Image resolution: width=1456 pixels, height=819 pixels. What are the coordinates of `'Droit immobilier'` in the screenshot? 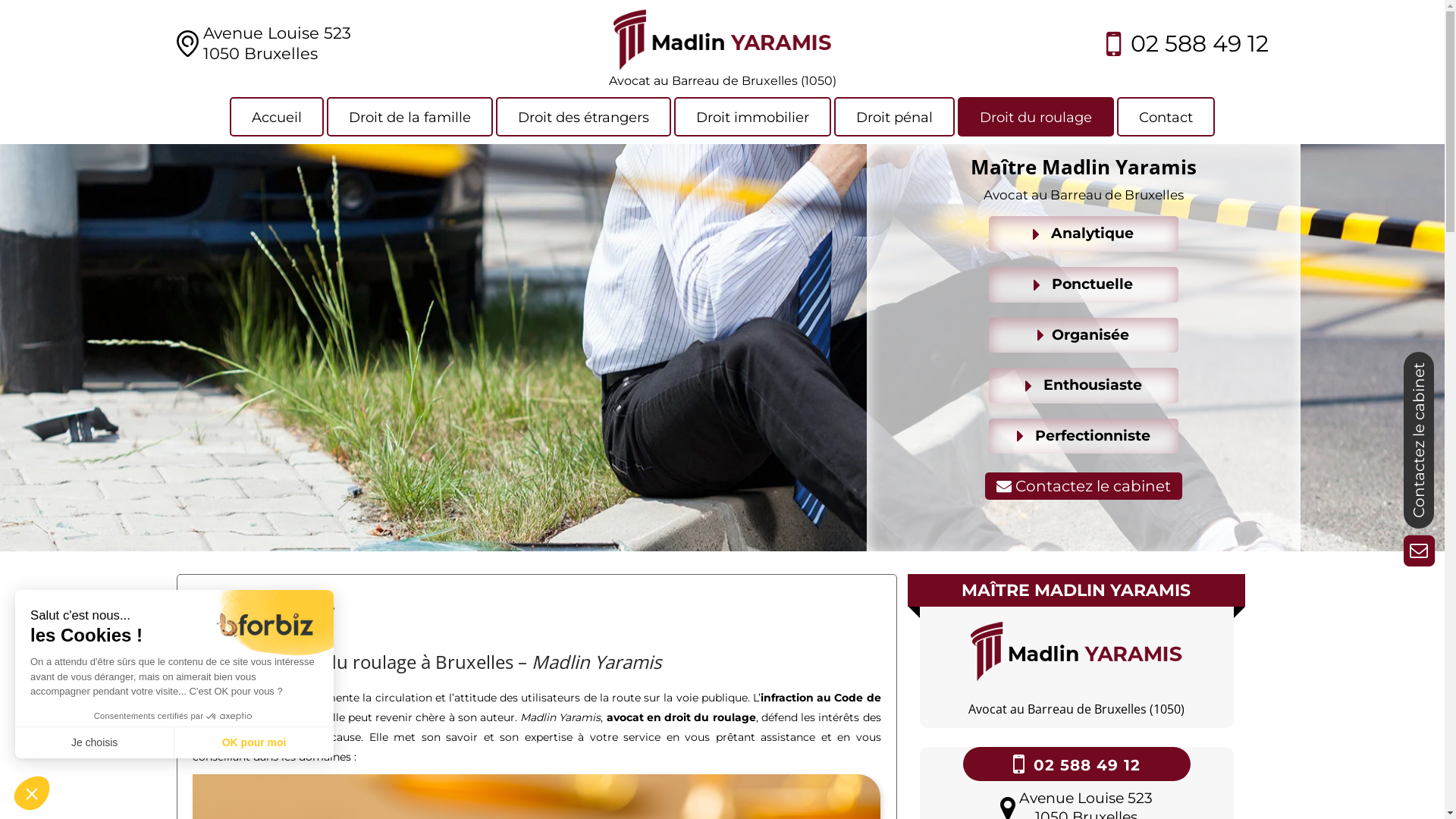 It's located at (673, 116).